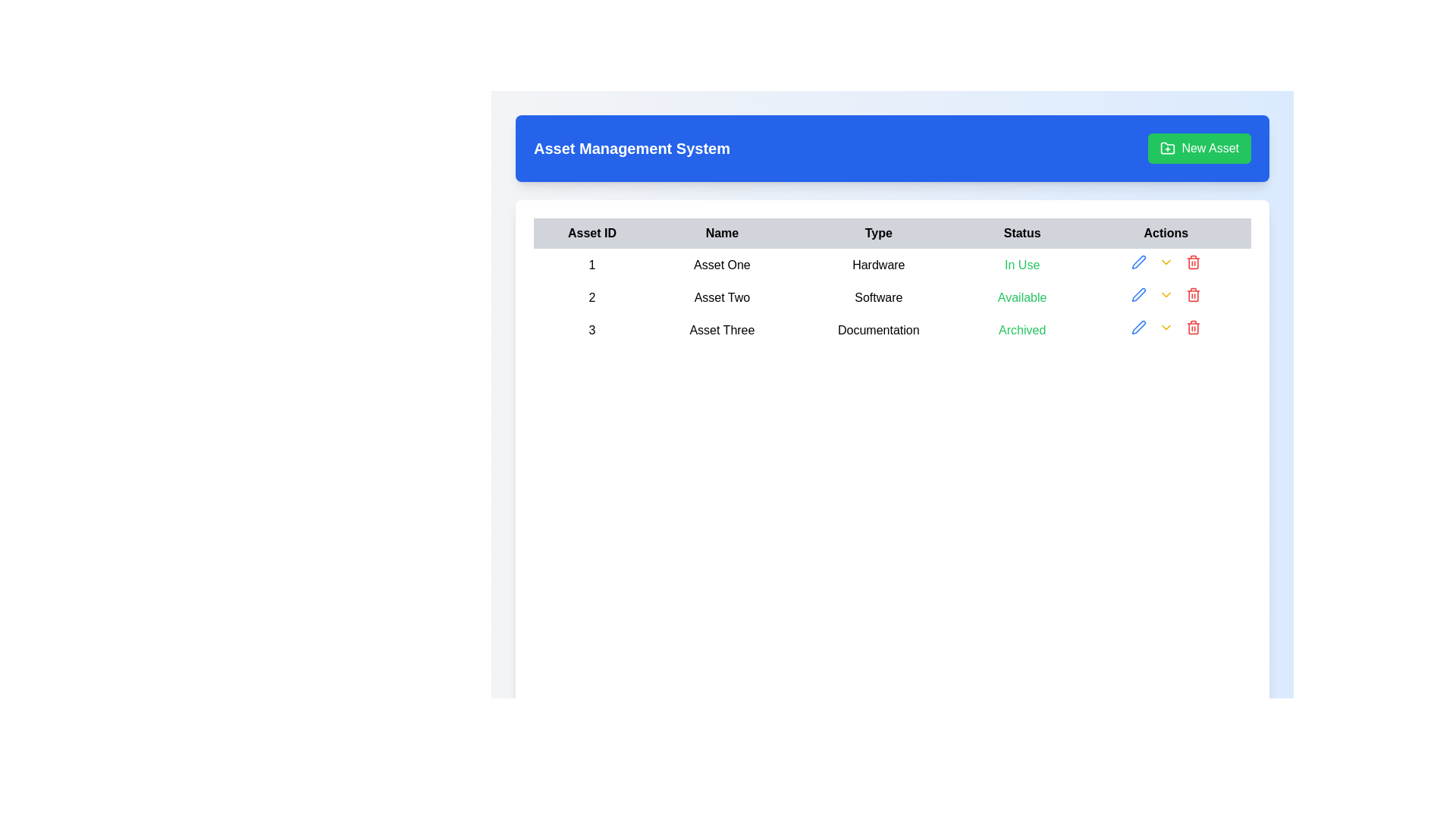 This screenshot has width=1456, height=819. Describe the element at coordinates (1167, 148) in the screenshot. I see `the green folder-like icon with a tab-like protrusion located on the far right of the blue header bar, adjacent to the 'New Asset' button` at that location.